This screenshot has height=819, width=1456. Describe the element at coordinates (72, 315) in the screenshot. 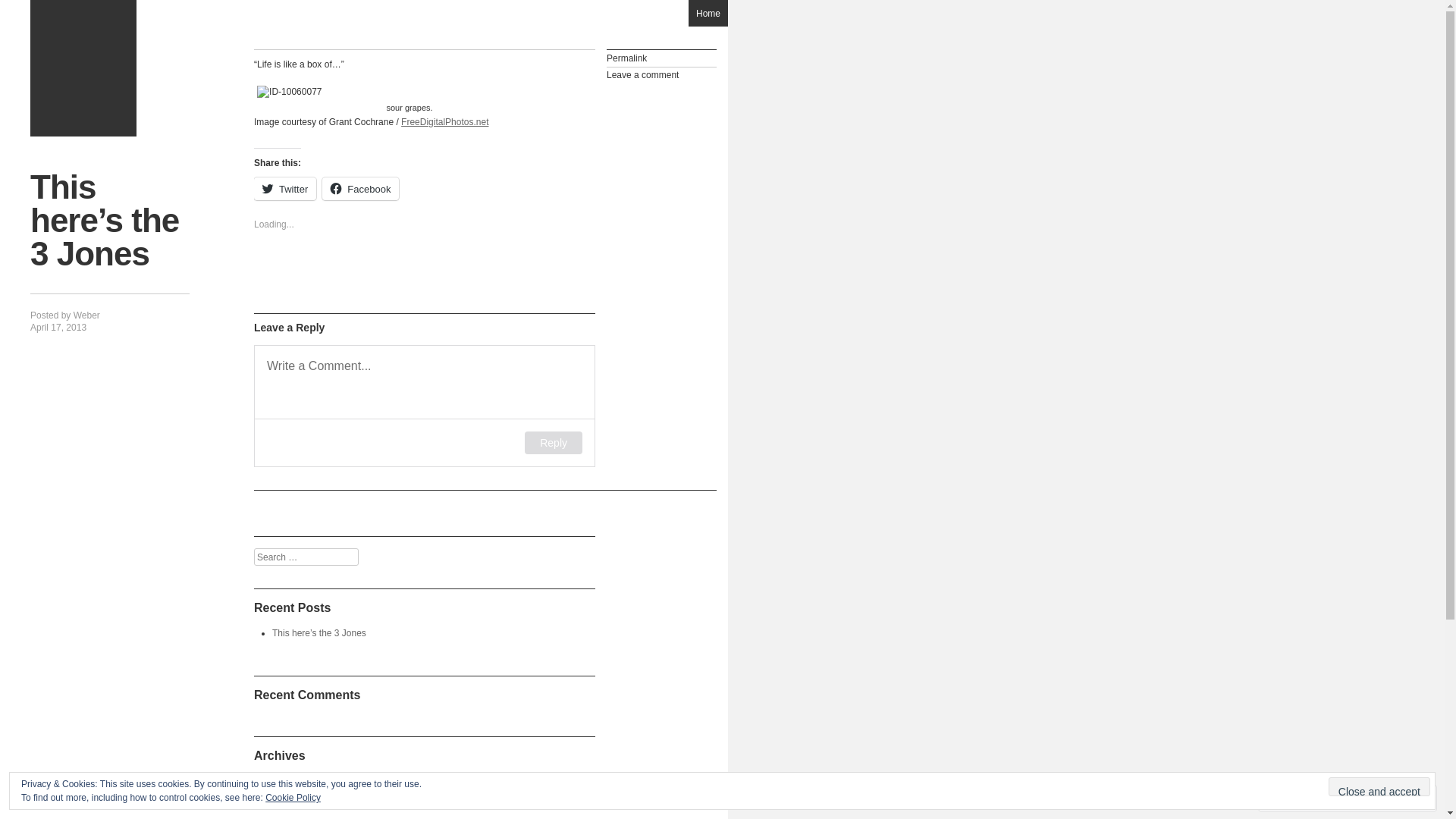

I see `'Weber'` at that location.